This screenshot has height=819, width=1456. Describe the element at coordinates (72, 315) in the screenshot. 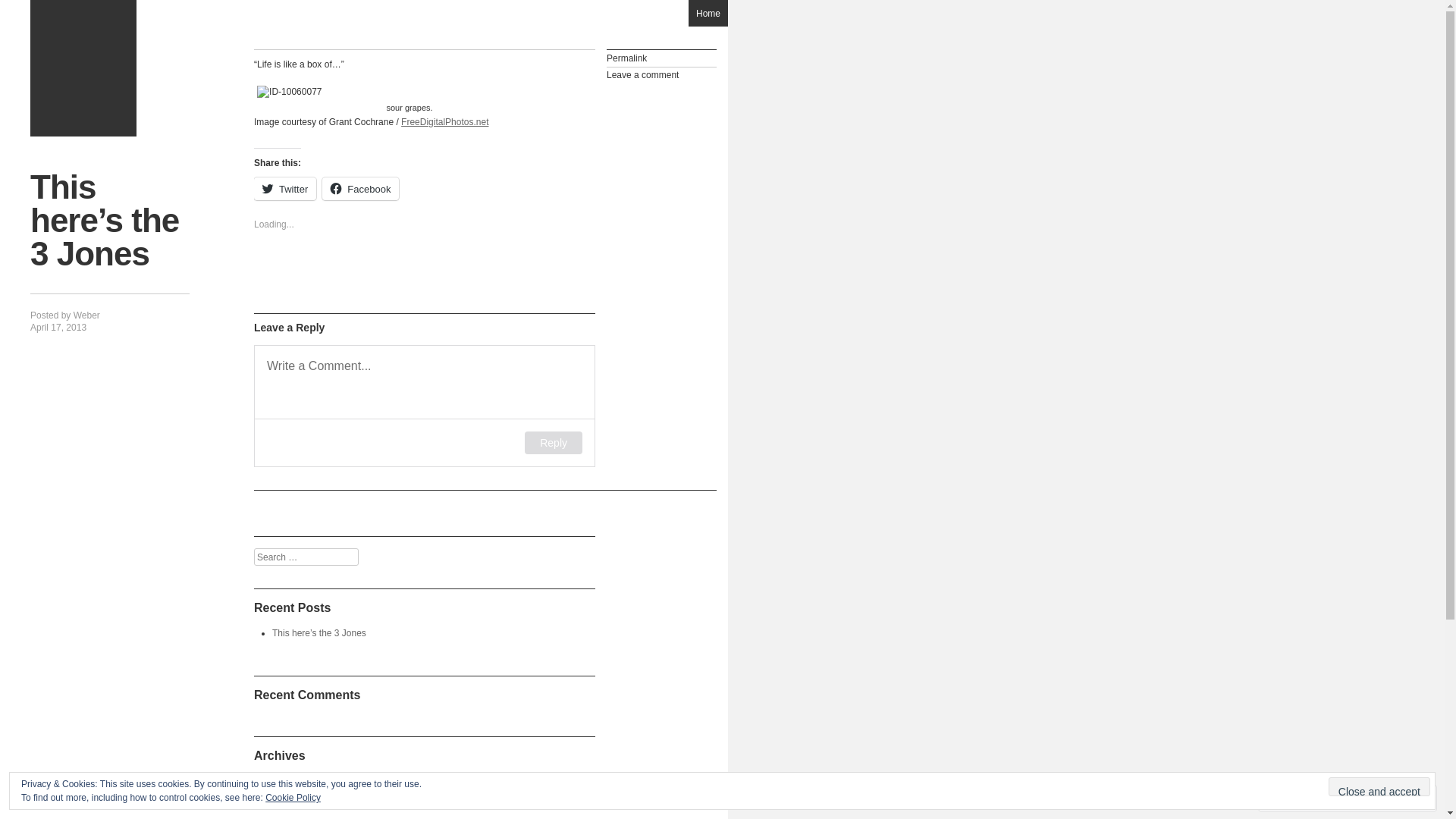

I see `'Weber'` at that location.